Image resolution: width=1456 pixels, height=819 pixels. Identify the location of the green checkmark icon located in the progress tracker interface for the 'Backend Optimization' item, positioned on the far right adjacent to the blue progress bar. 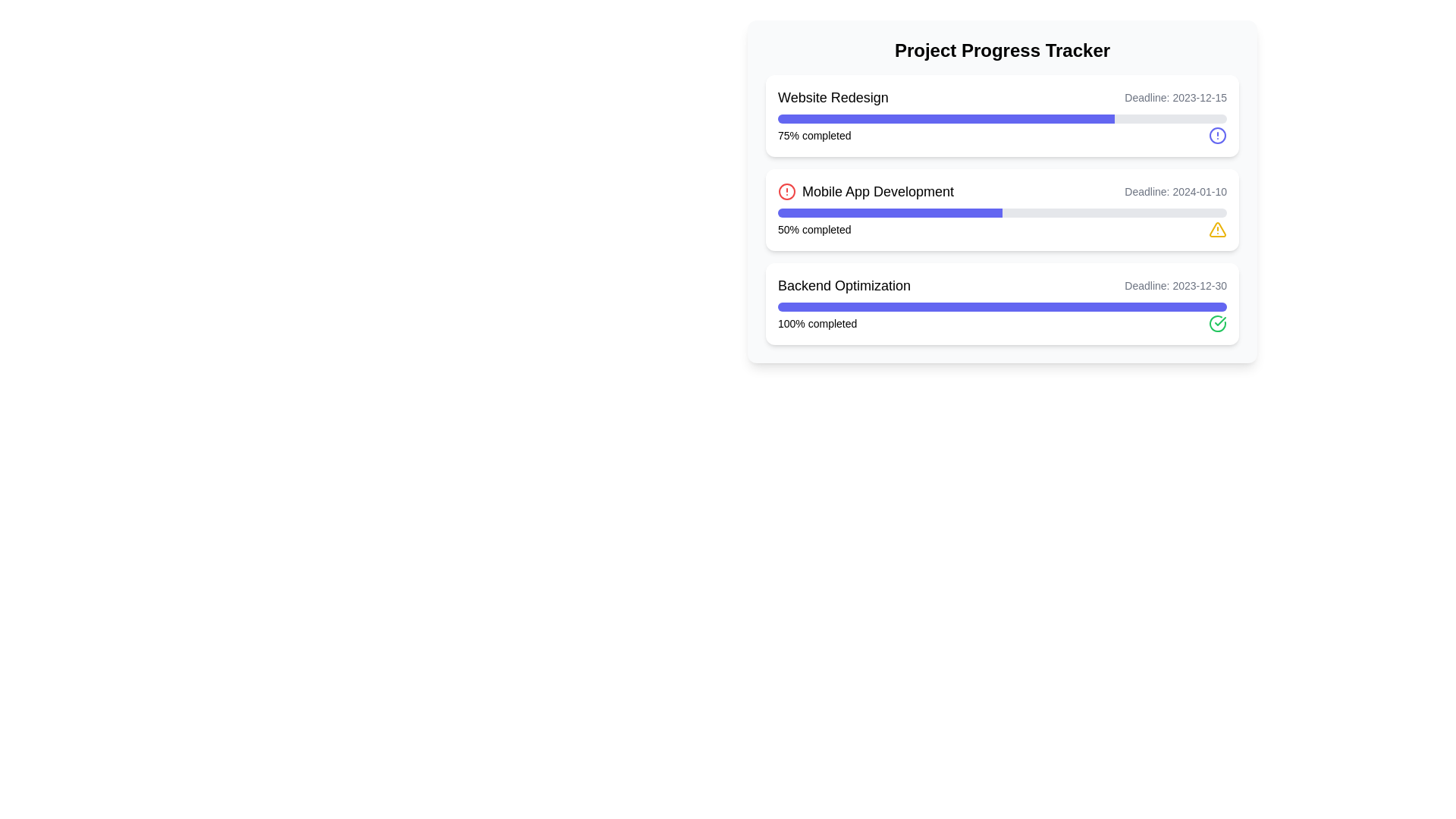
(1220, 321).